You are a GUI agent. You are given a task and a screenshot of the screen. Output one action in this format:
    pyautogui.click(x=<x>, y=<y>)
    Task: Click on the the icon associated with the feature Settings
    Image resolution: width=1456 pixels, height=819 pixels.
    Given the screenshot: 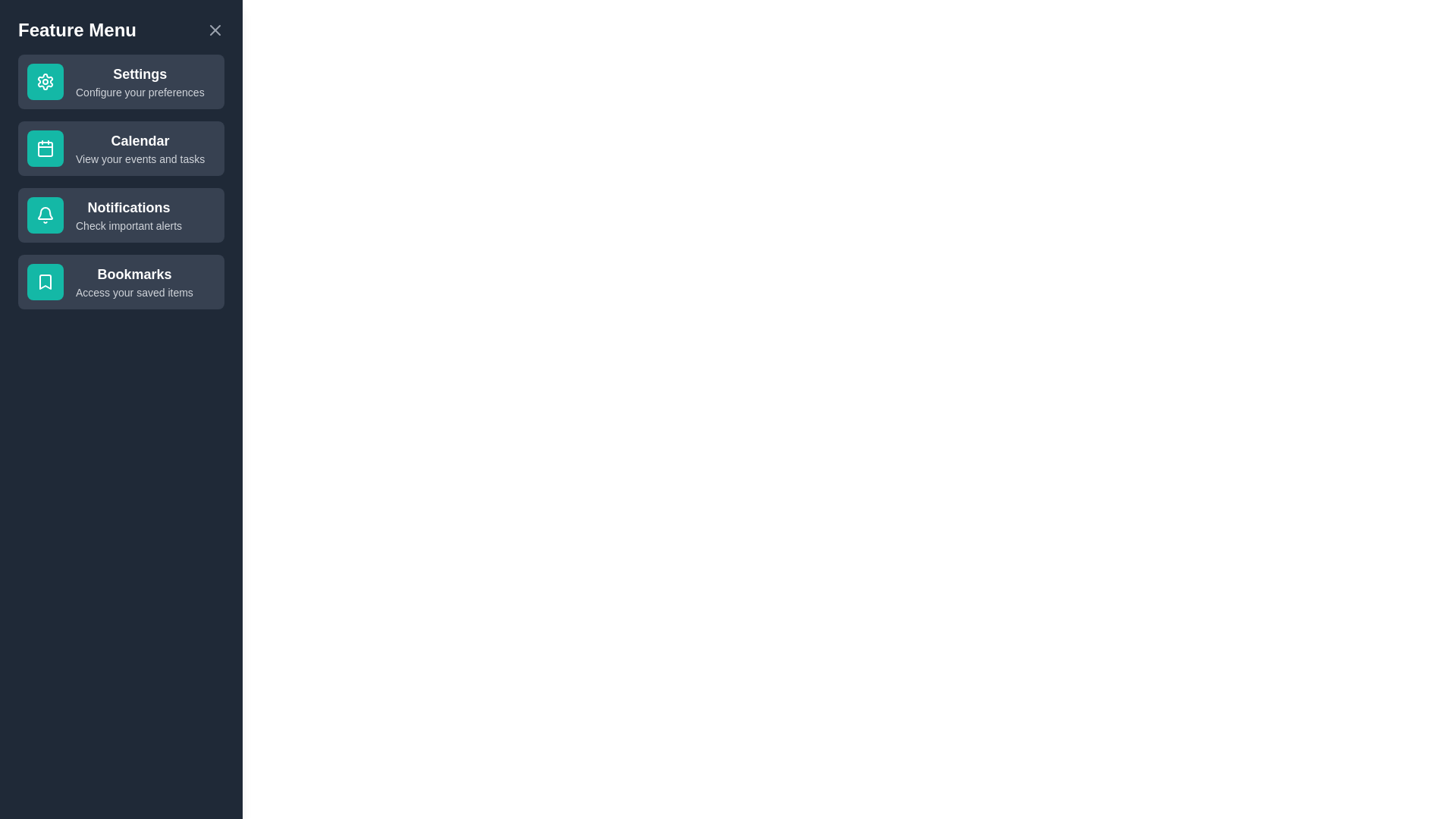 What is the action you would take?
    pyautogui.click(x=45, y=82)
    